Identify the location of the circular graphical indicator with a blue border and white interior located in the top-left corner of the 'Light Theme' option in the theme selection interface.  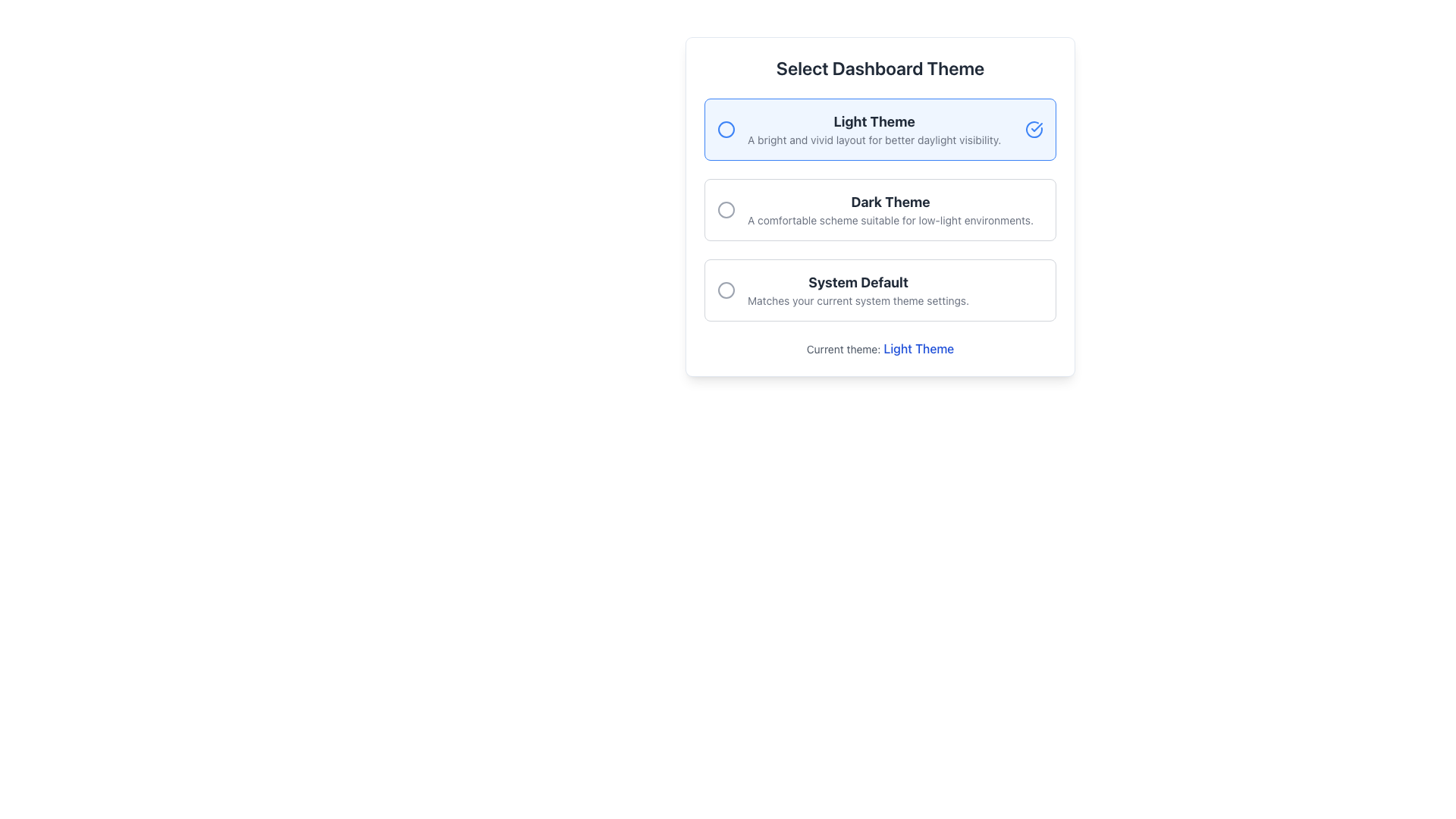
(726, 128).